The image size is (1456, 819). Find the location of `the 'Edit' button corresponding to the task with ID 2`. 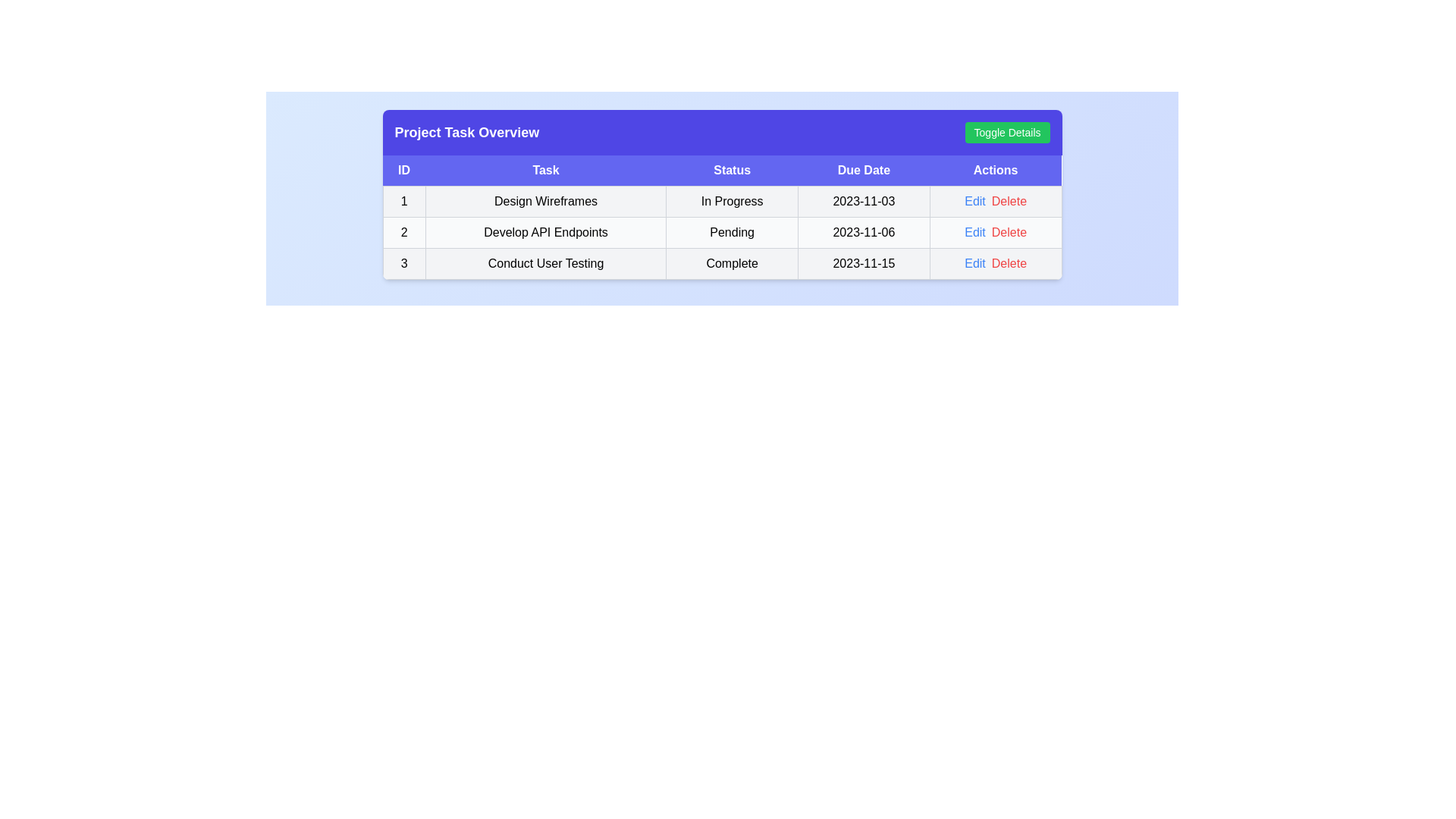

the 'Edit' button corresponding to the task with ID 2 is located at coordinates (975, 233).